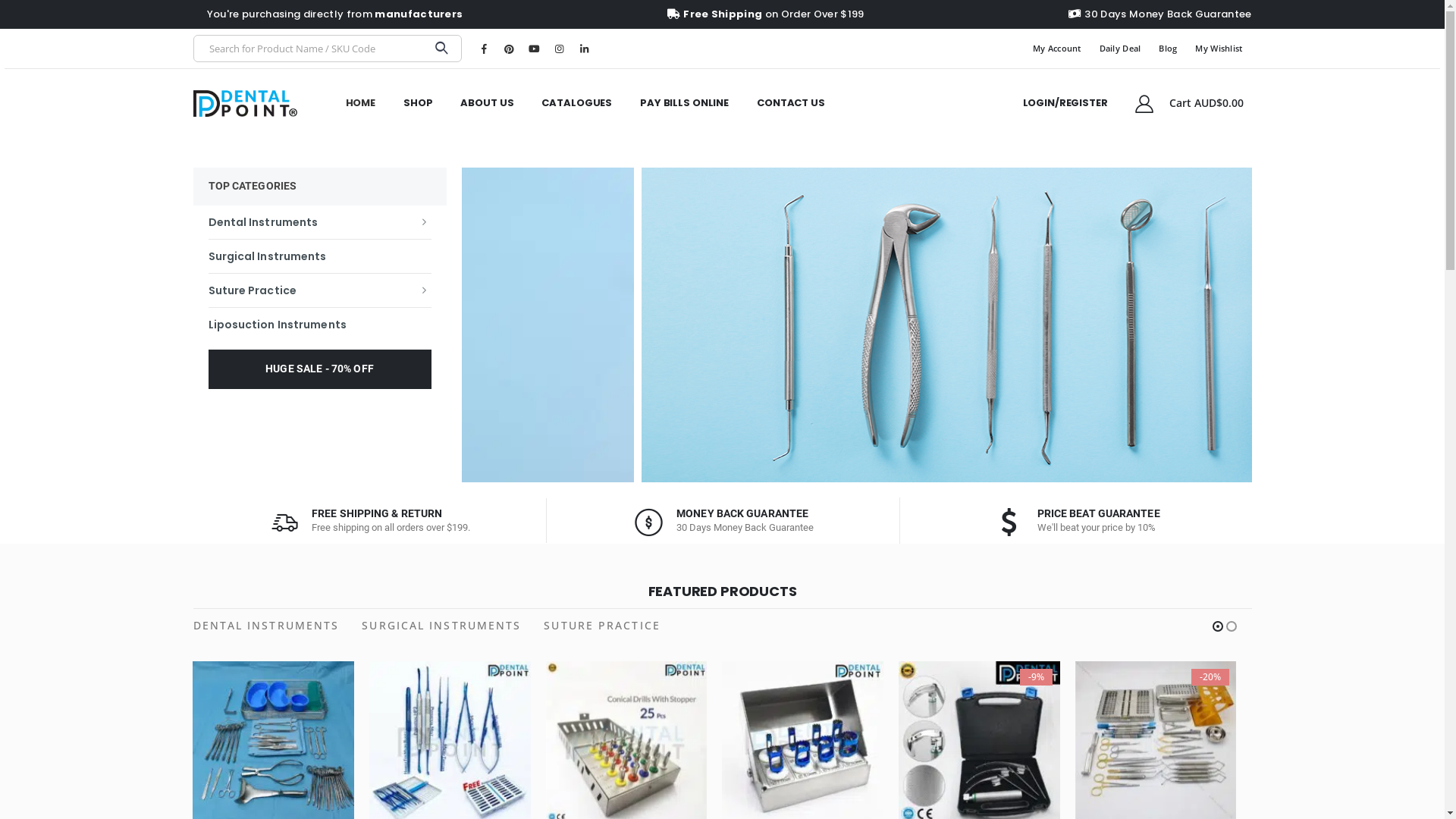 This screenshot has height=819, width=1456. I want to click on 'DENTAL INSTRUMENTS', so click(192, 626).